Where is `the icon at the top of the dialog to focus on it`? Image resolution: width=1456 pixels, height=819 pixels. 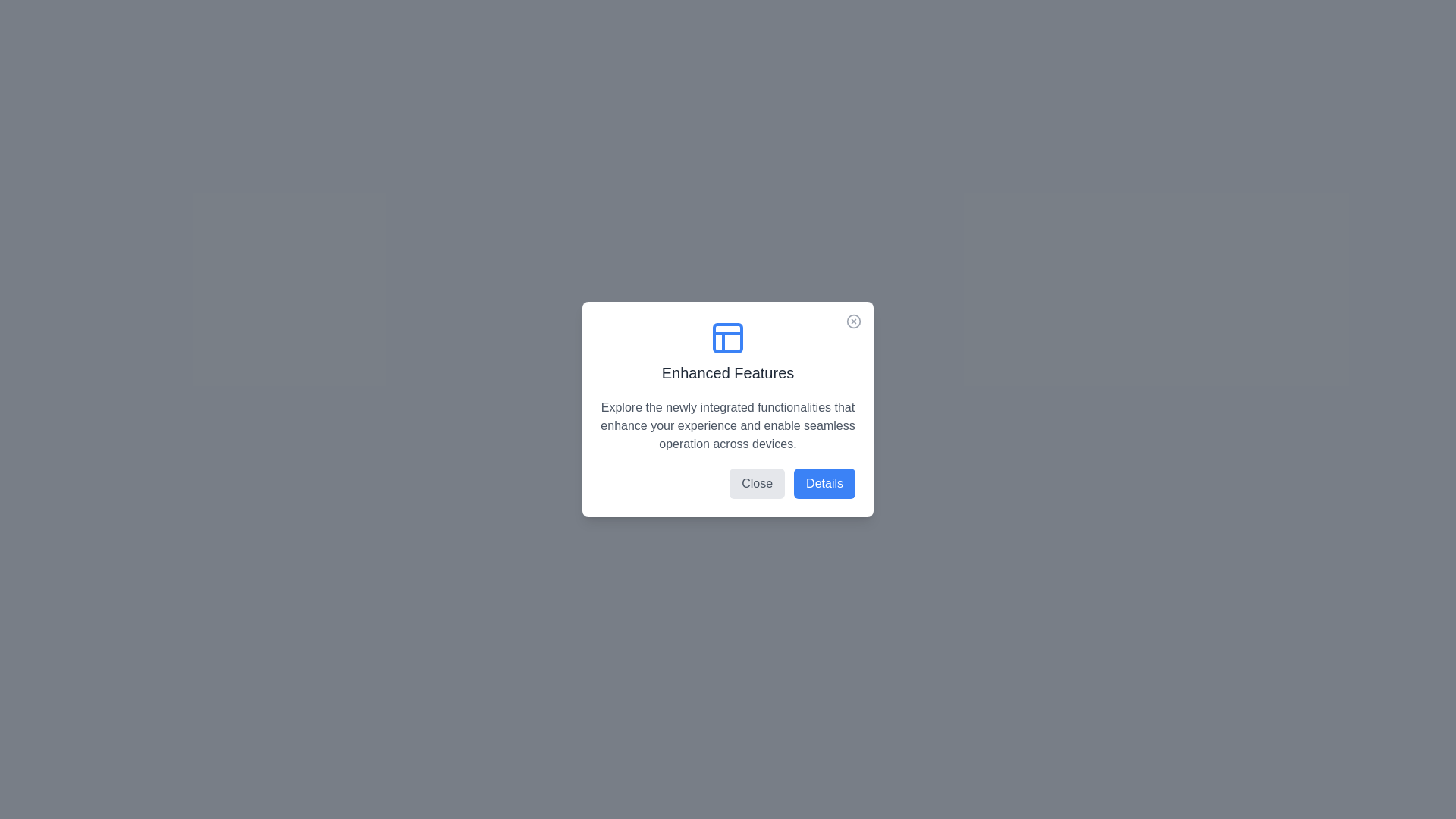 the icon at the top of the dialog to focus on it is located at coordinates (728, 337).